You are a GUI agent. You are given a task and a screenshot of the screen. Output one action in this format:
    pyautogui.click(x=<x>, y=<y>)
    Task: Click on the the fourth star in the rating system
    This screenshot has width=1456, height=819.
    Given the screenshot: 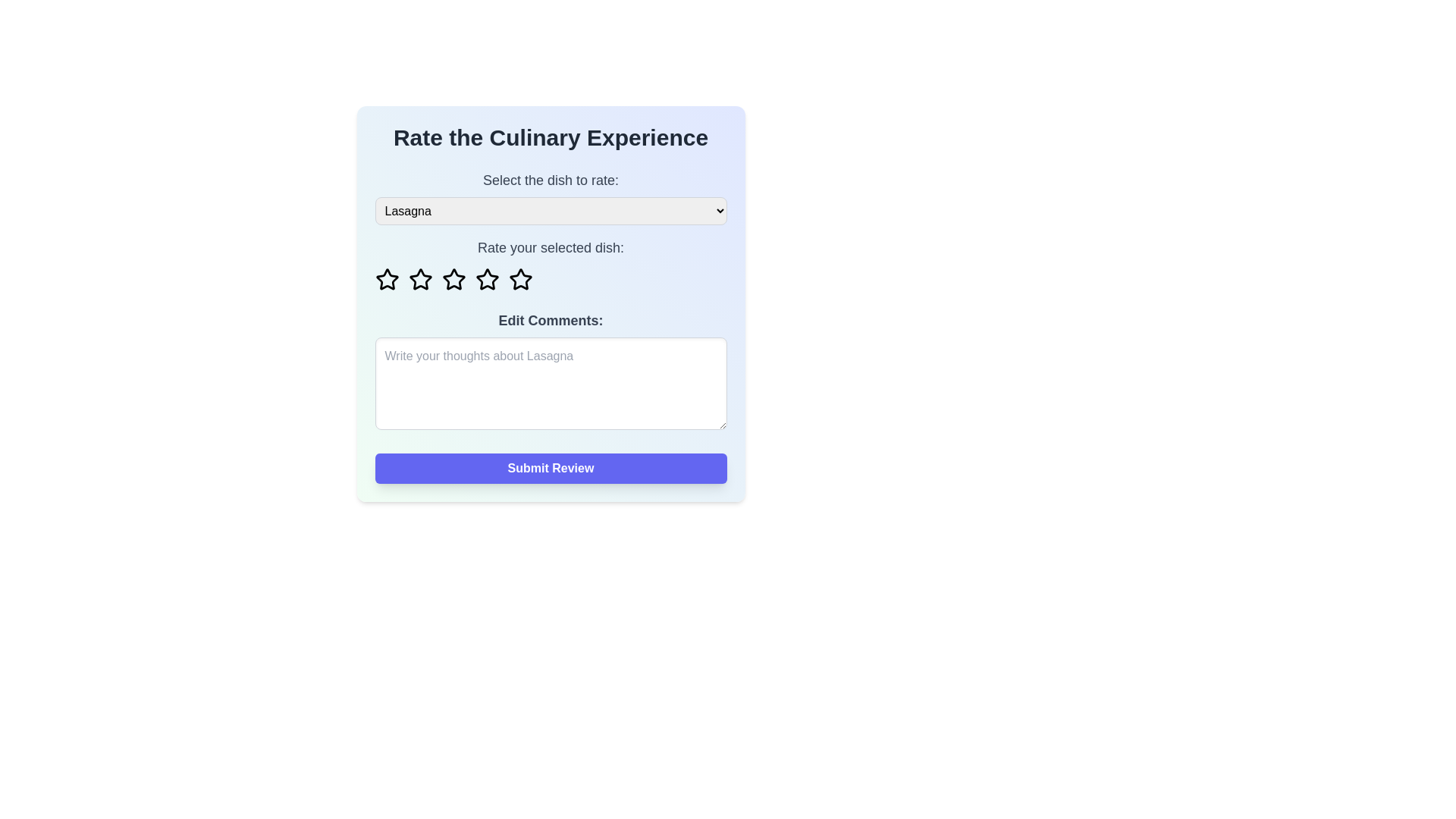 What is the action you would take?
    pyautogui.click(x=487, y=280)
    